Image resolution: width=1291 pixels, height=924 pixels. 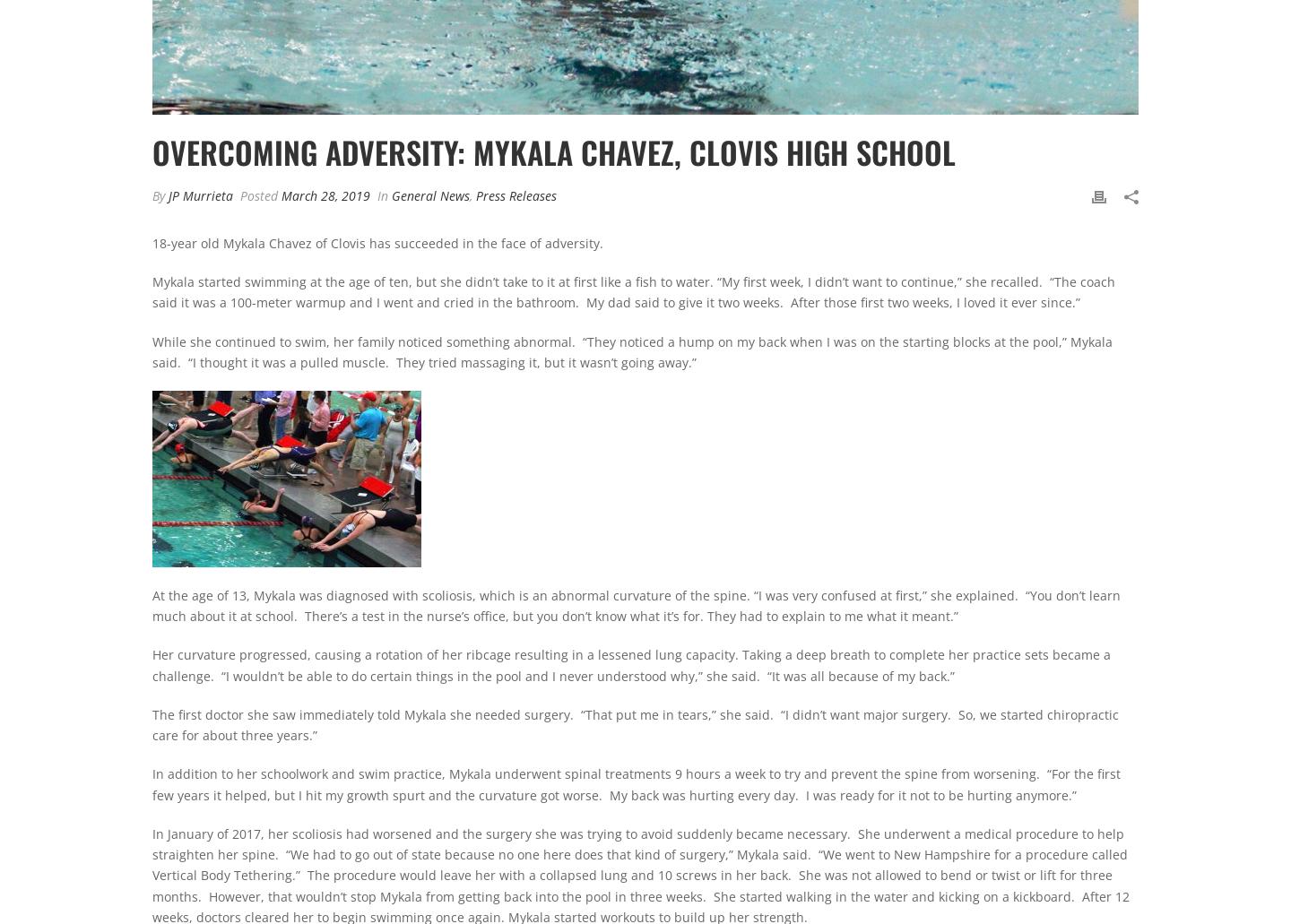 What do you see at coordinates (516, 194) in the screenshot?
I see `'Press Releases'` at bounding box center [516, 194].